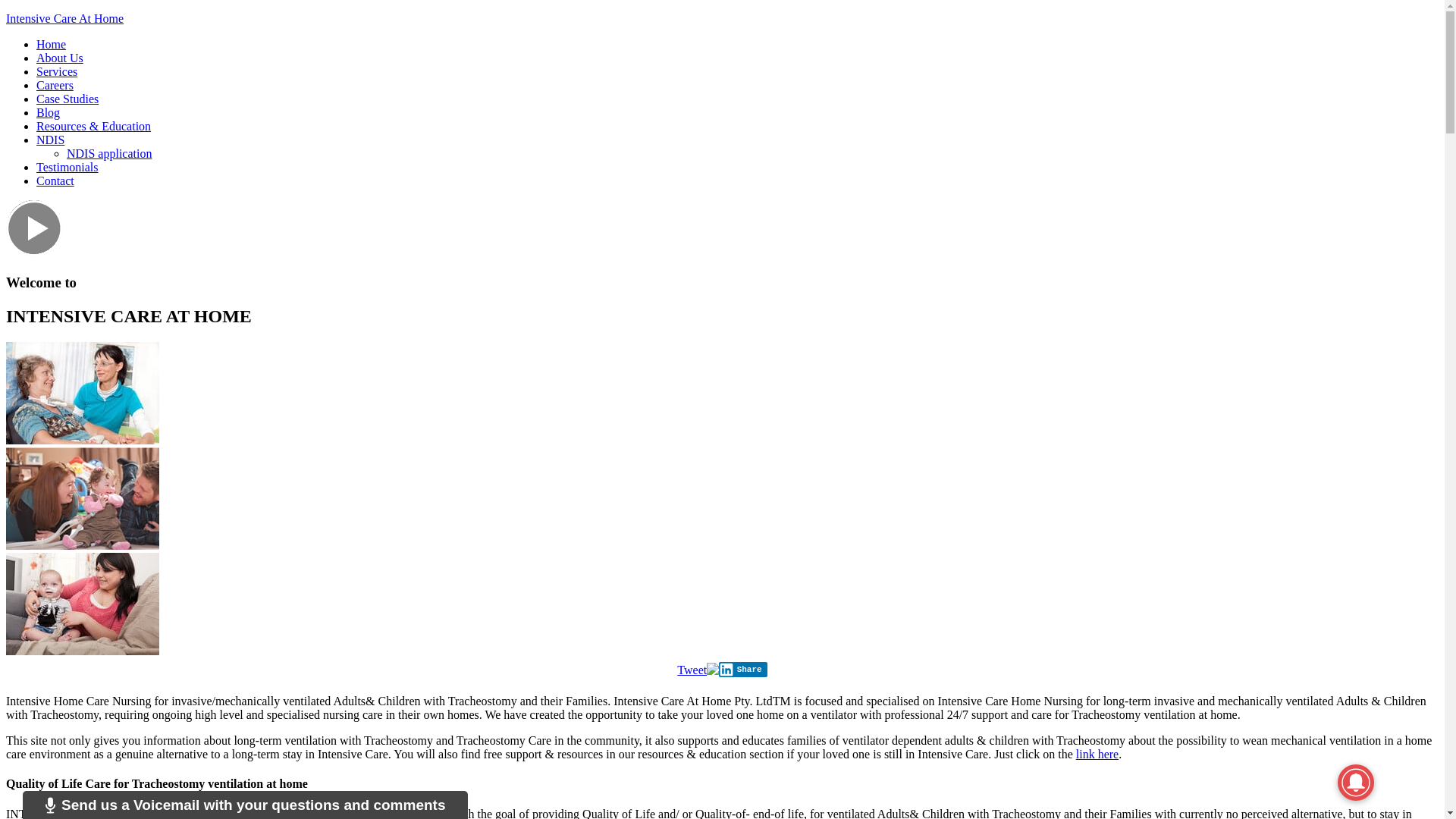 The width and height of the screenshot is (1456, 819). What do you see at coordinates (65, 153) in the screenshot?
I see `'NDIS application'` at bounding box center [65, 153].